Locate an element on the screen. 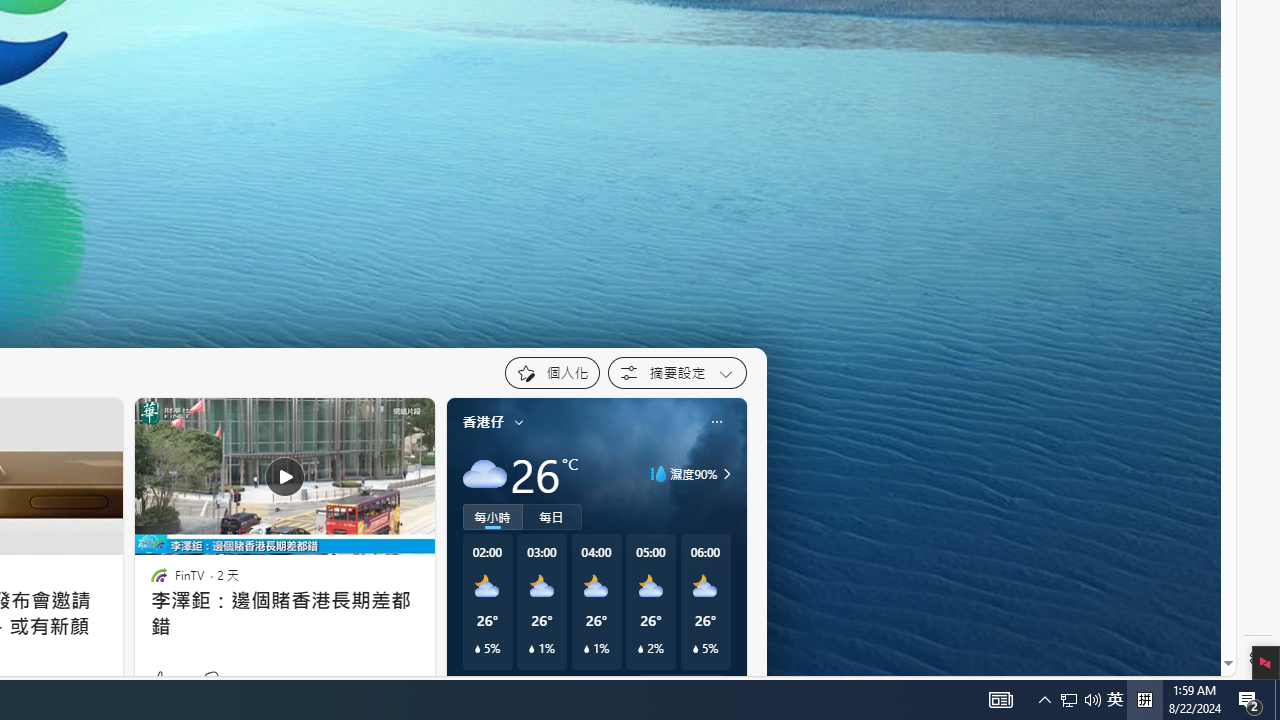 The width and height of the screenshot is (1280, 720). 'Class: weather-current-precipitation-glyph' is located at coordinates (695, 649).